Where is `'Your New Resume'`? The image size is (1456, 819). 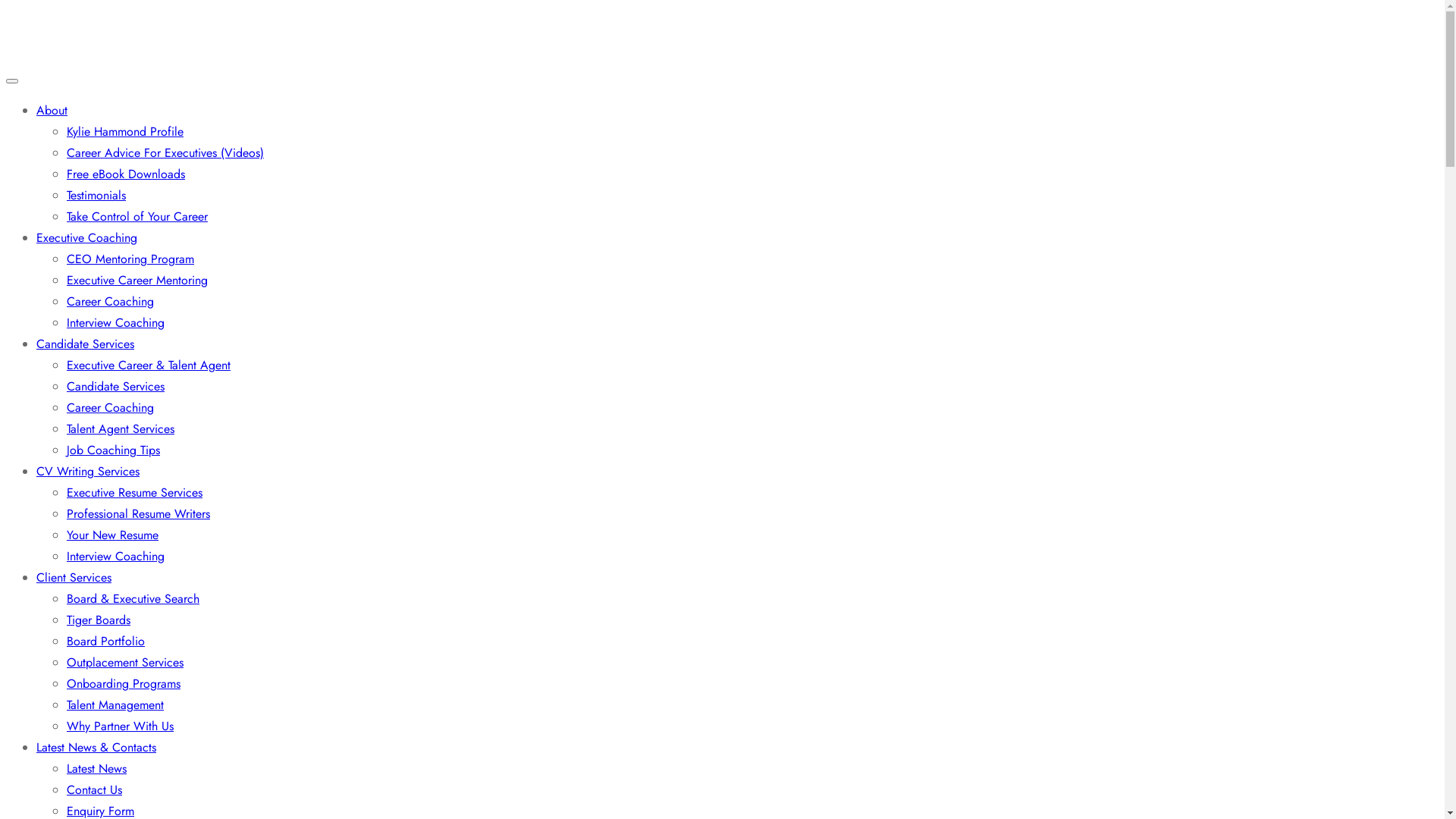 'Your New Resume' is located at coordinates (111, 534).